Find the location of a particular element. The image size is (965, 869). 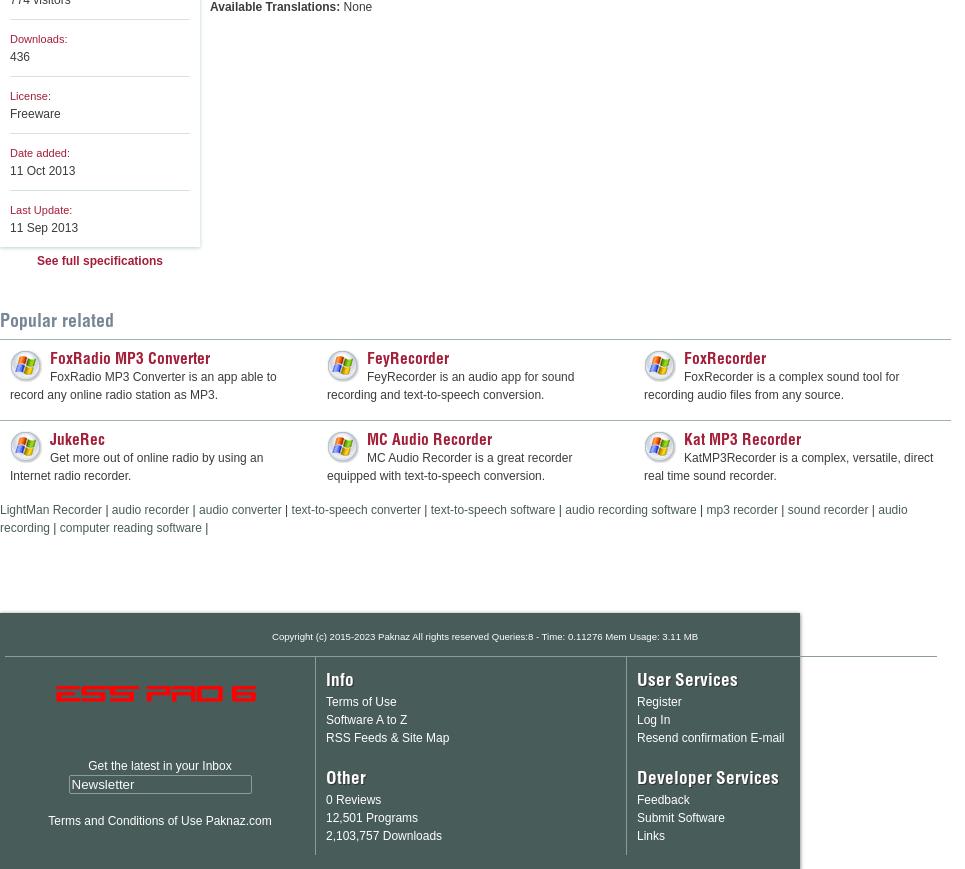

'computer reading software' is located at coordinates (129, 528).